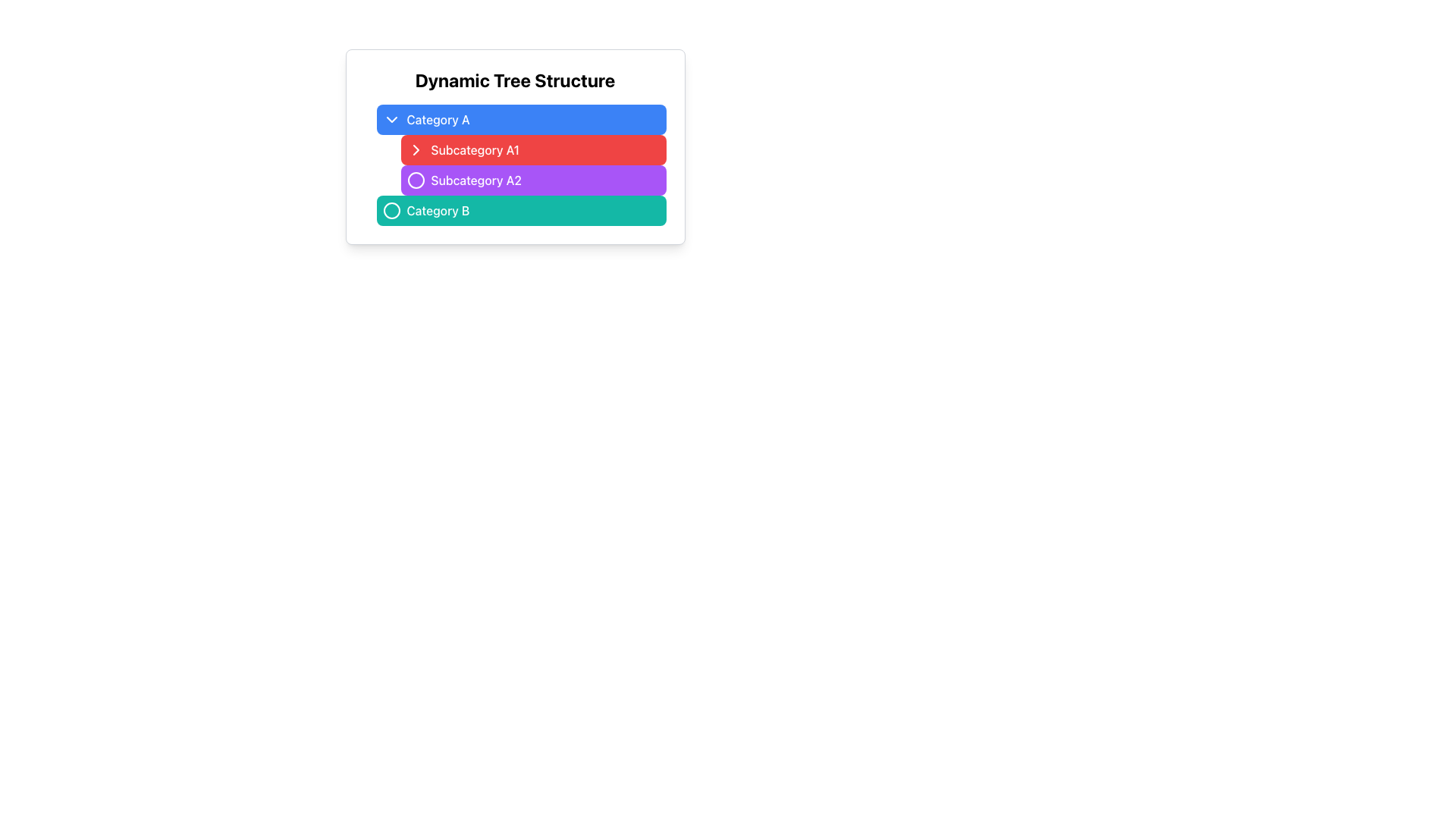 The height and width of the screenshot is (819, 1456). Describe the element at coordinates (533, 149) in the screenshot. I see `the second button in the list under 'Category A'` at that location.